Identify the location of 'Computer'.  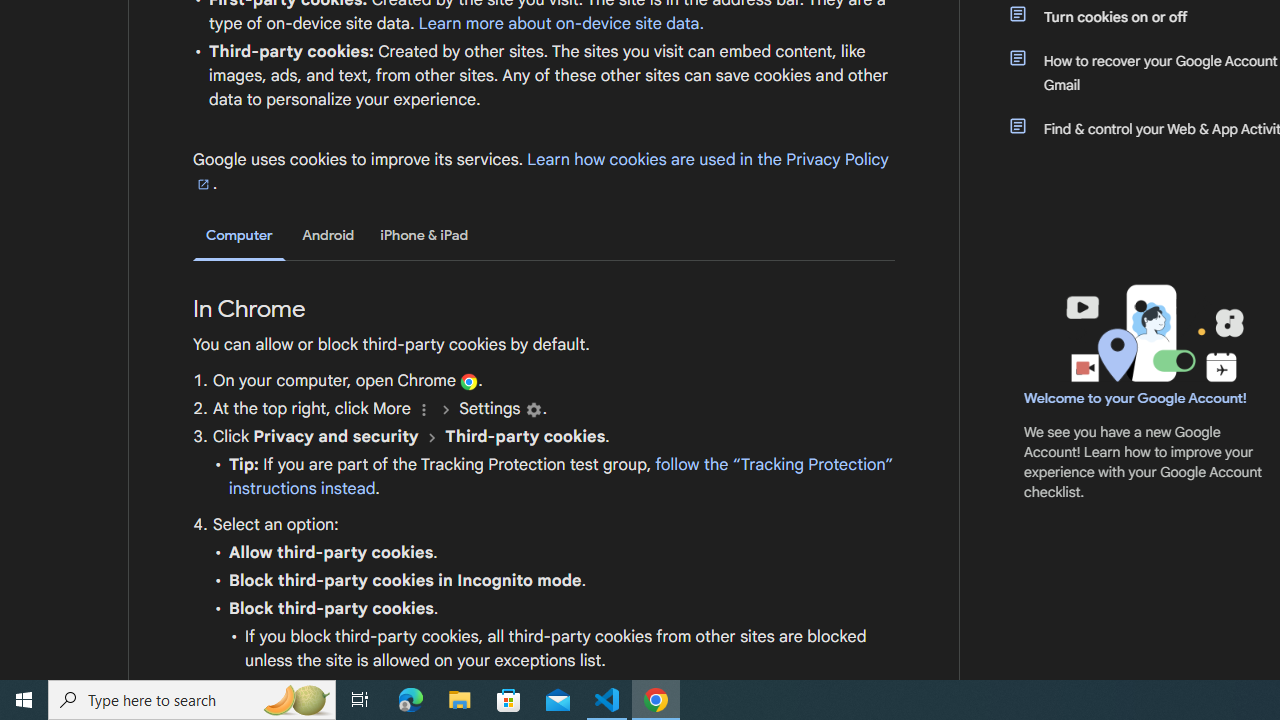
(239, 235).